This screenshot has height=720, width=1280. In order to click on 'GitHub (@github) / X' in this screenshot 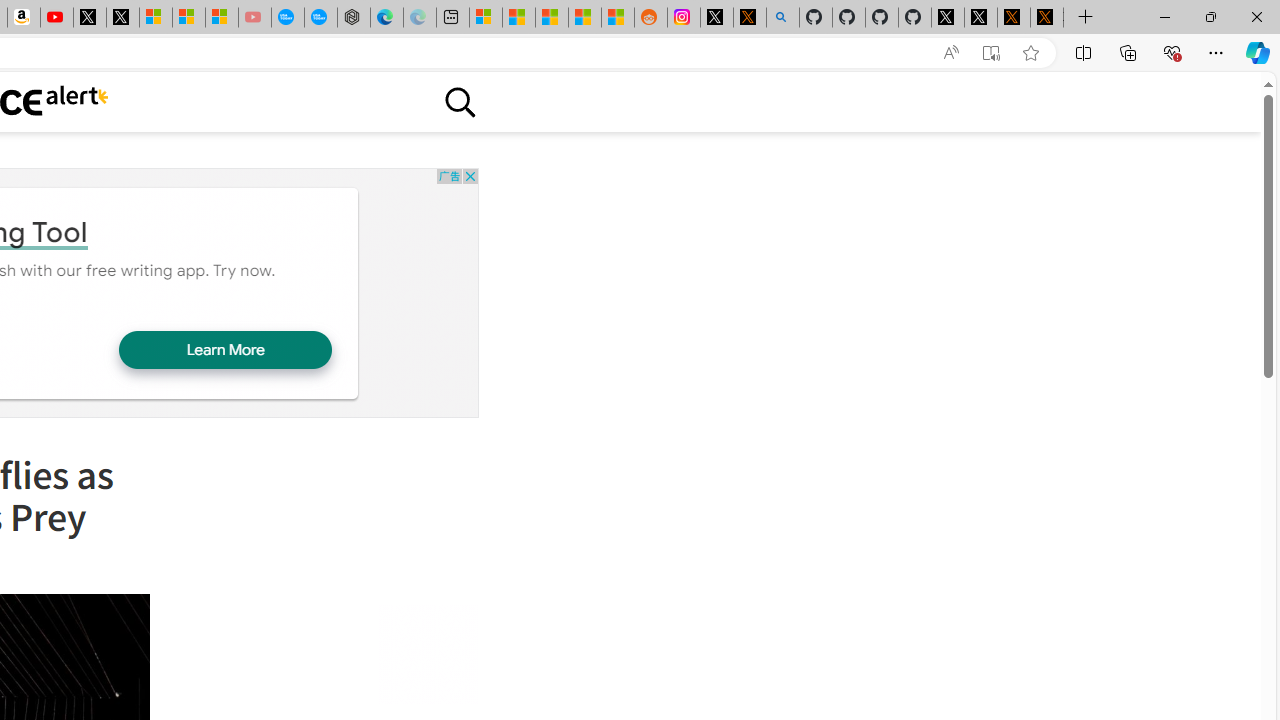, I will do `click(981, 17)`.